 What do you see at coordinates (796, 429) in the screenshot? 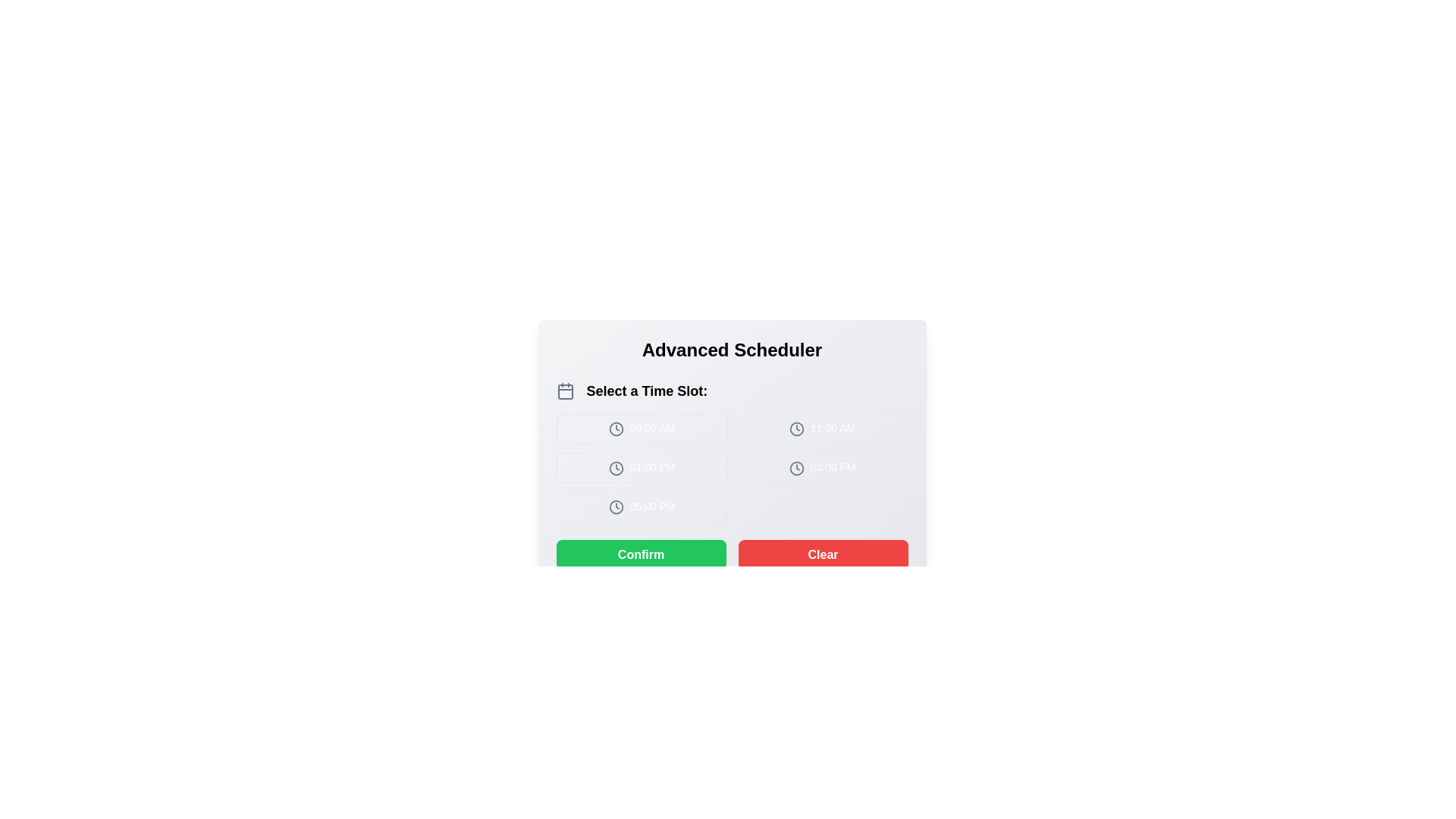
I see `the circular icon that indicates the time configuration associated with the '11:00 AM' time slot in the second column of the first row` at bounding box center [796, 429].